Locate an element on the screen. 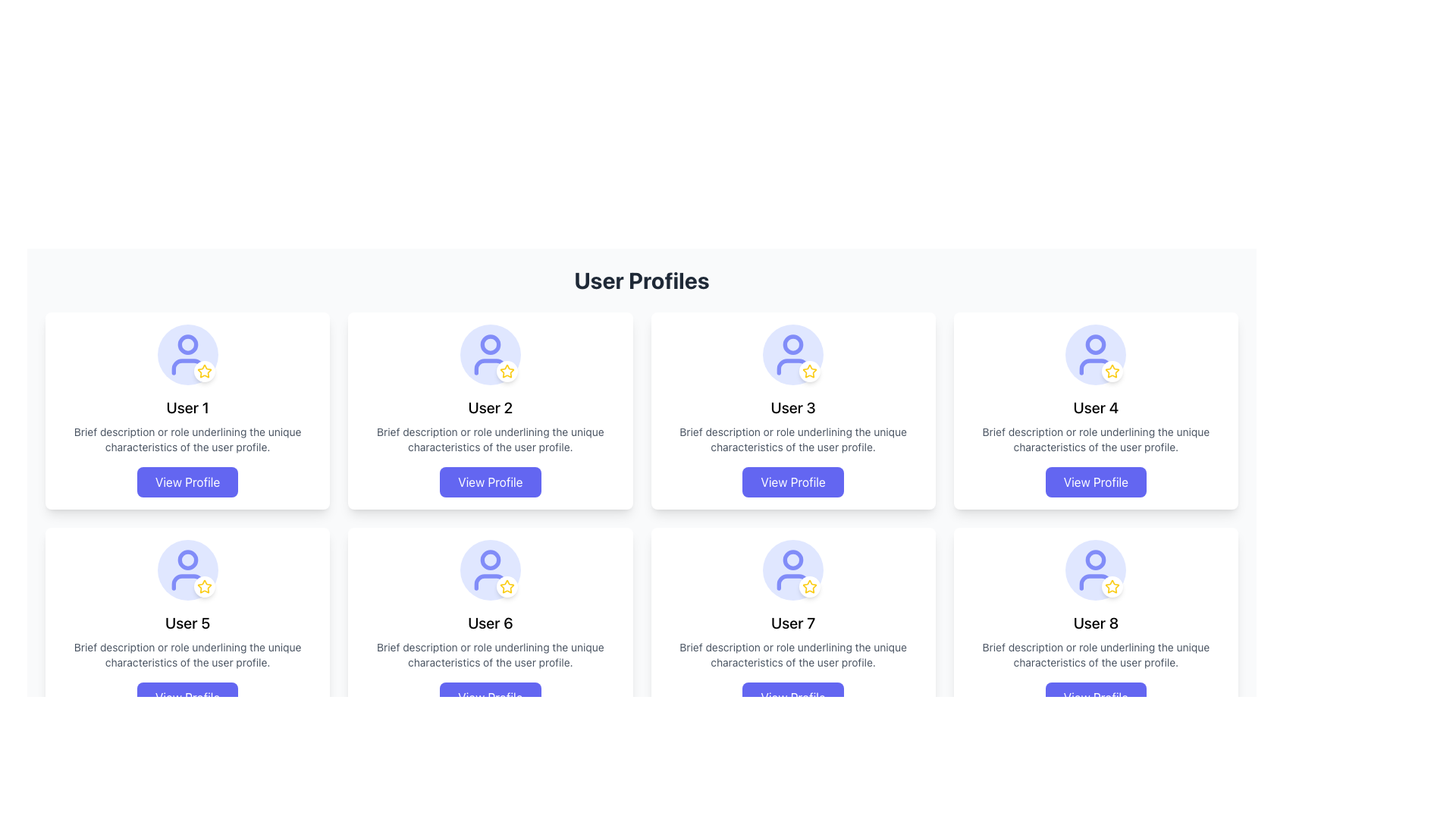 Image resolution: width=1456 pixels, height=819 pixels. the button located in the 'User 4' card in the User Profiles grid layout is located at coordinates (1096, 482).